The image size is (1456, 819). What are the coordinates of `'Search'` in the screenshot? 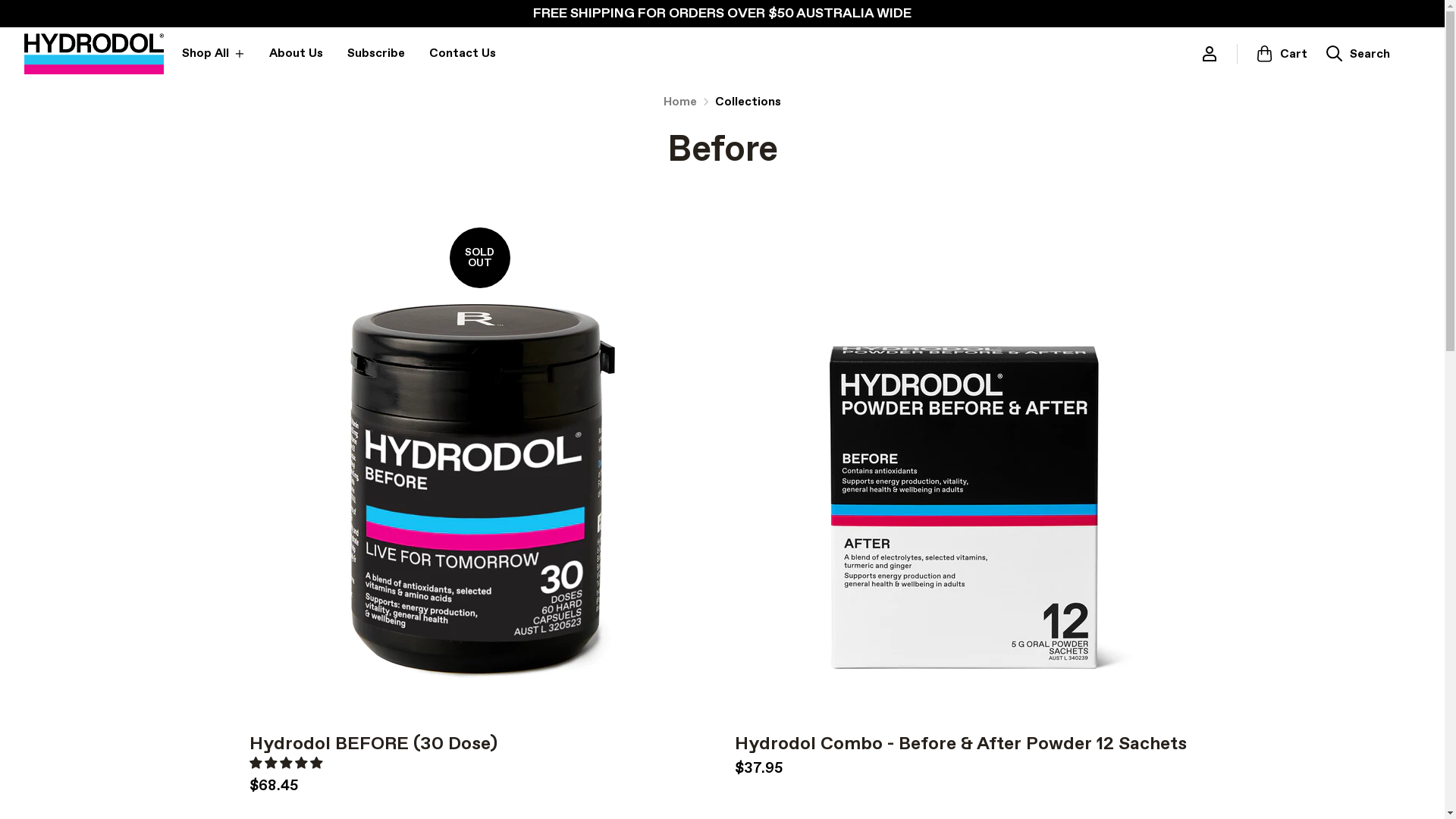 It's located at (1357, 52).